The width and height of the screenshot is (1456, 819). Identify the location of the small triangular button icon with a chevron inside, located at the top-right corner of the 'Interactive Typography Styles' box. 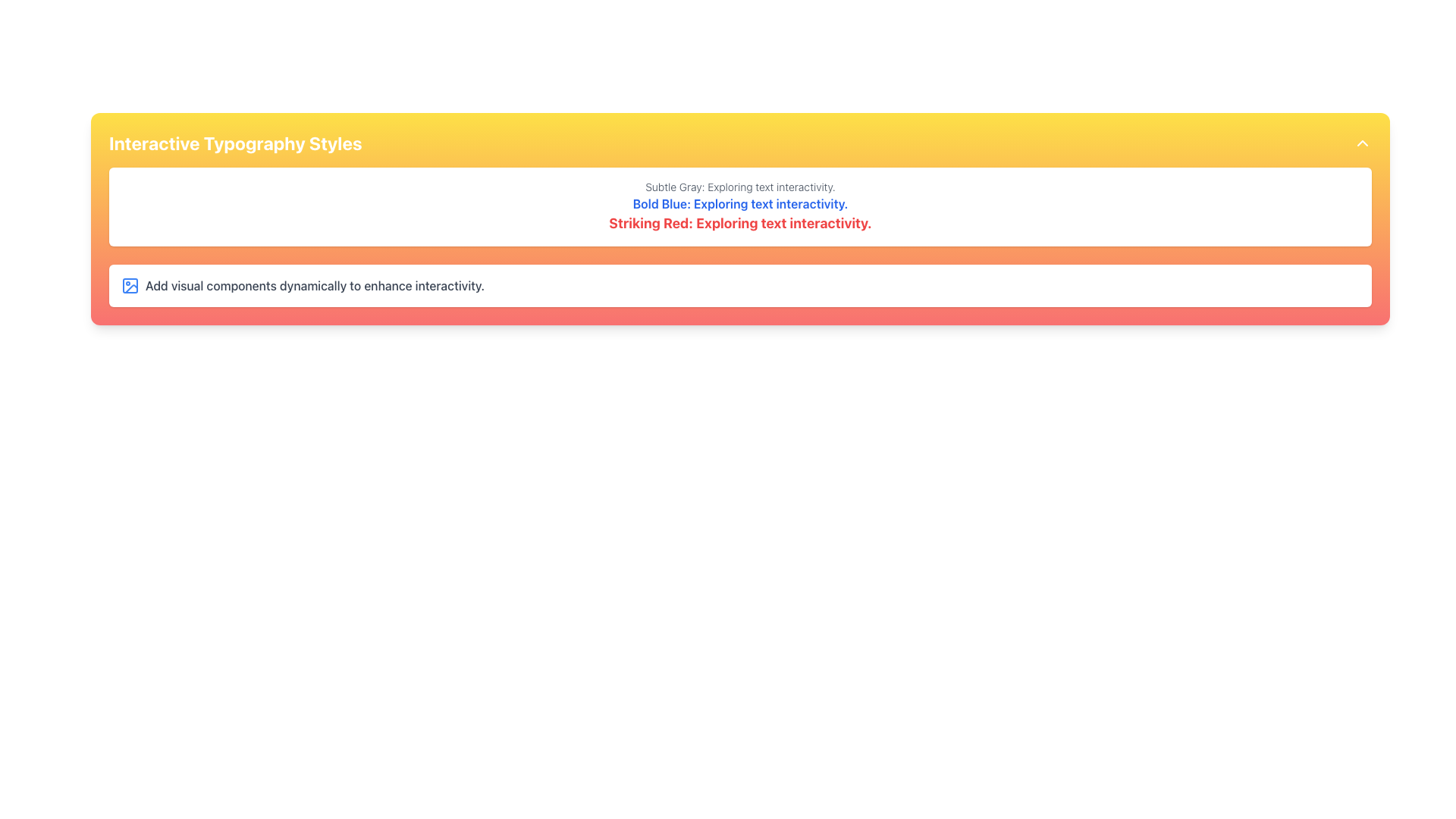
(1362, 143).